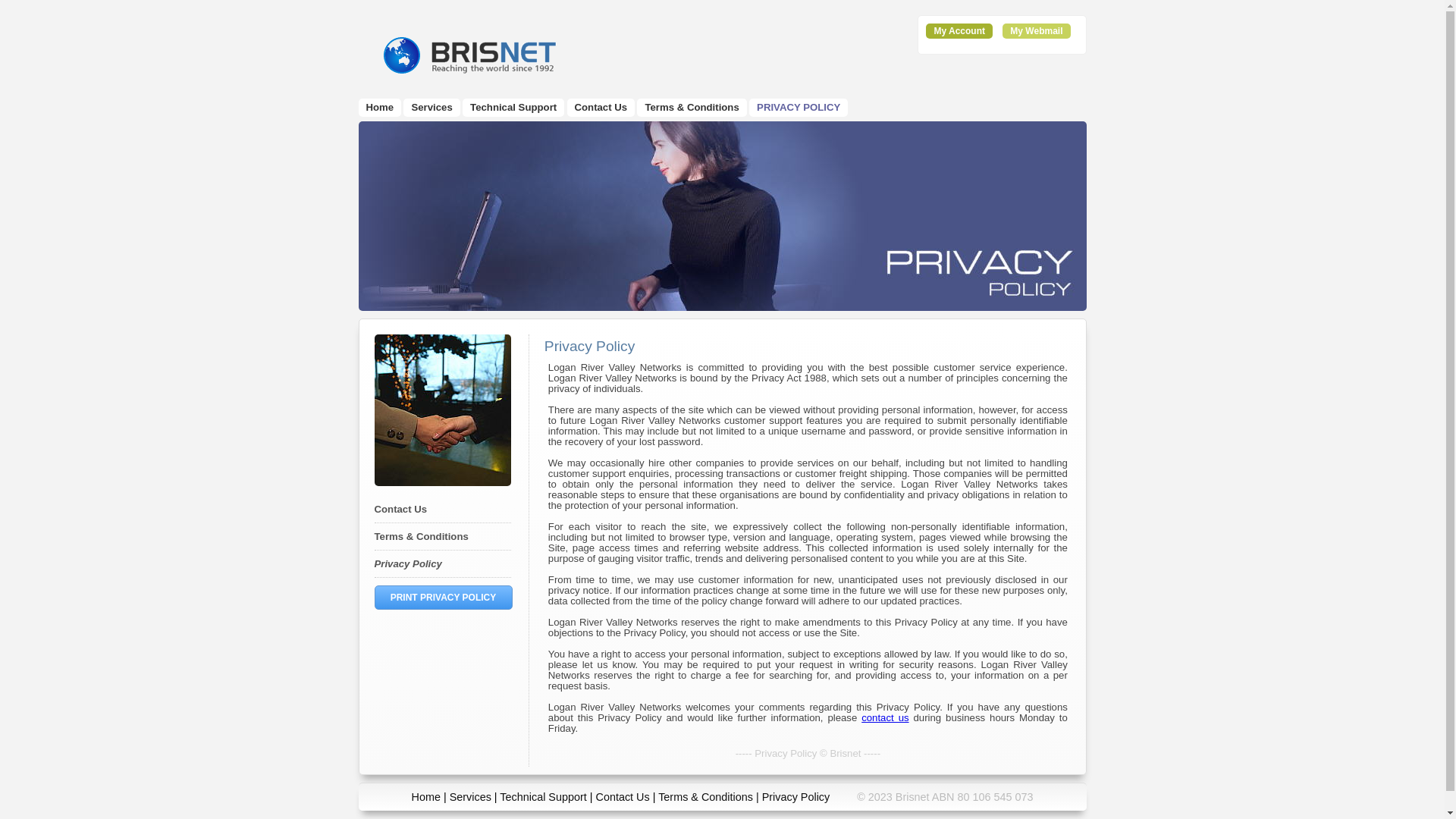 This screenshot has height=819, width=1456. Describe the element at coordinates (513, 106) in the screenshot. I see `'Technical Support'` at that location.